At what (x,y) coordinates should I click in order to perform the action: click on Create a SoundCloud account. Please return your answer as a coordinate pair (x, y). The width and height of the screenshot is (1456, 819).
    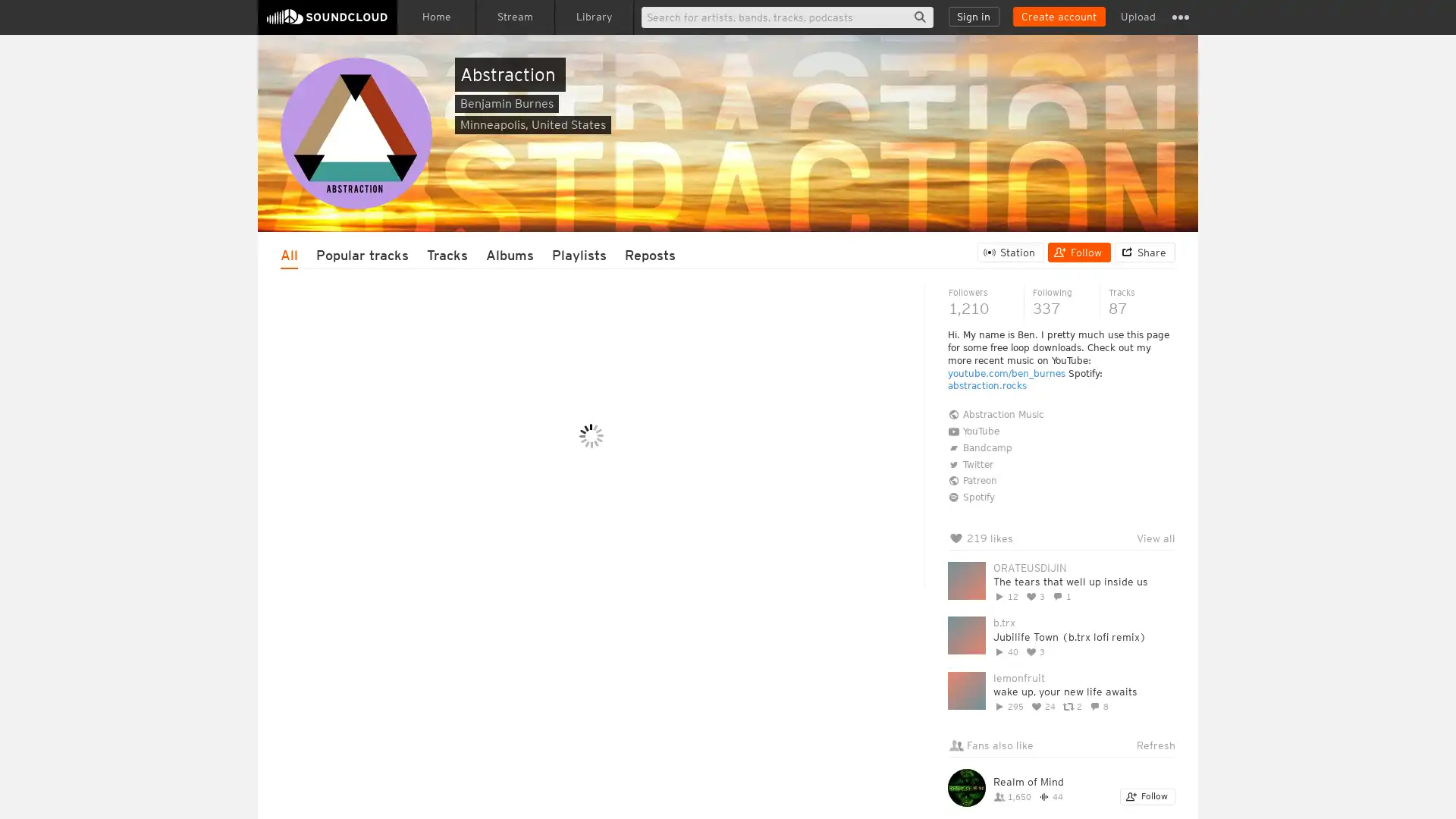
    Looking at the image, I should click on (1058, 17).